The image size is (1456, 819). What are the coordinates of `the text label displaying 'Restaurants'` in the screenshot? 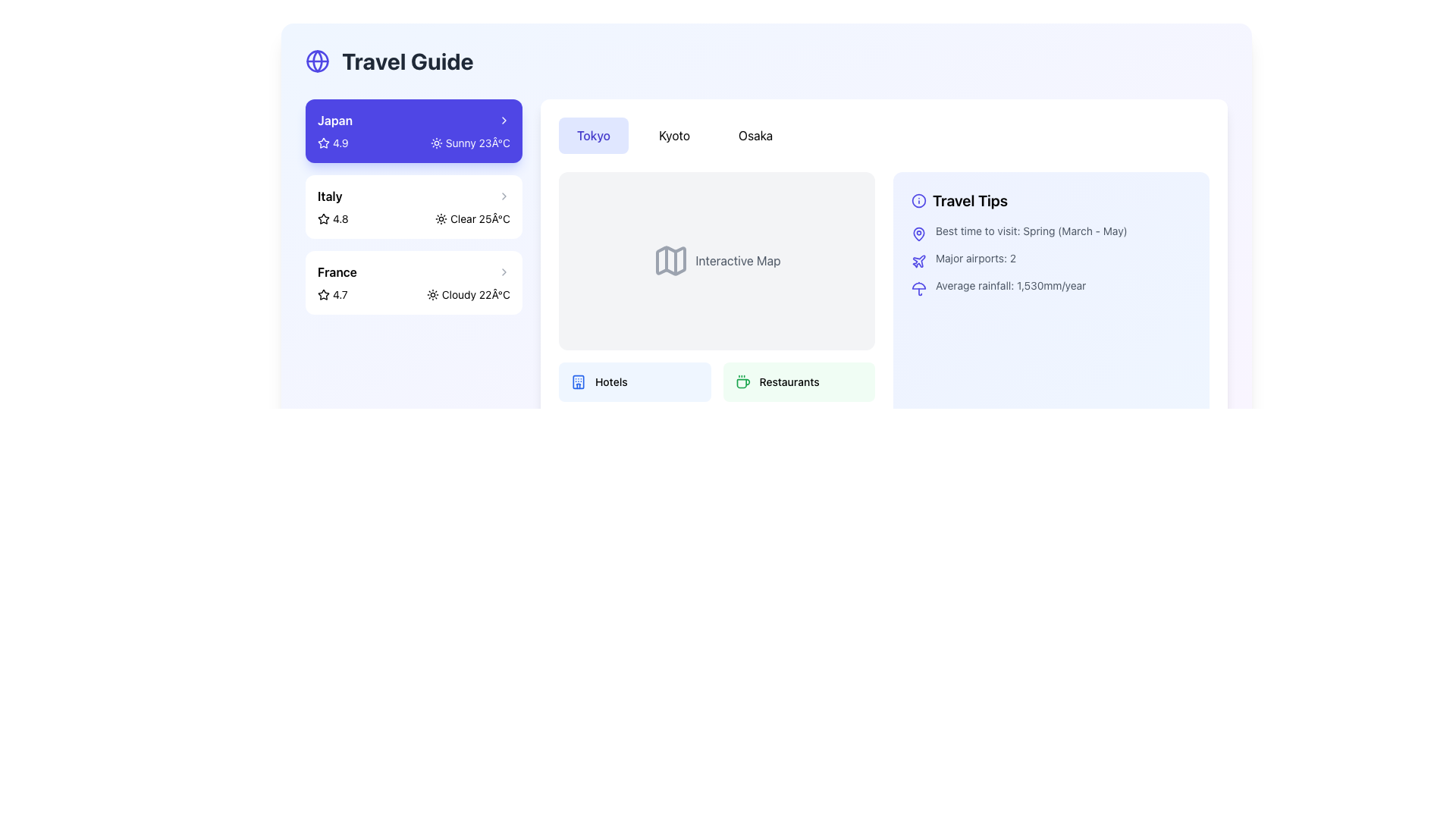 It's located at (789, 381).